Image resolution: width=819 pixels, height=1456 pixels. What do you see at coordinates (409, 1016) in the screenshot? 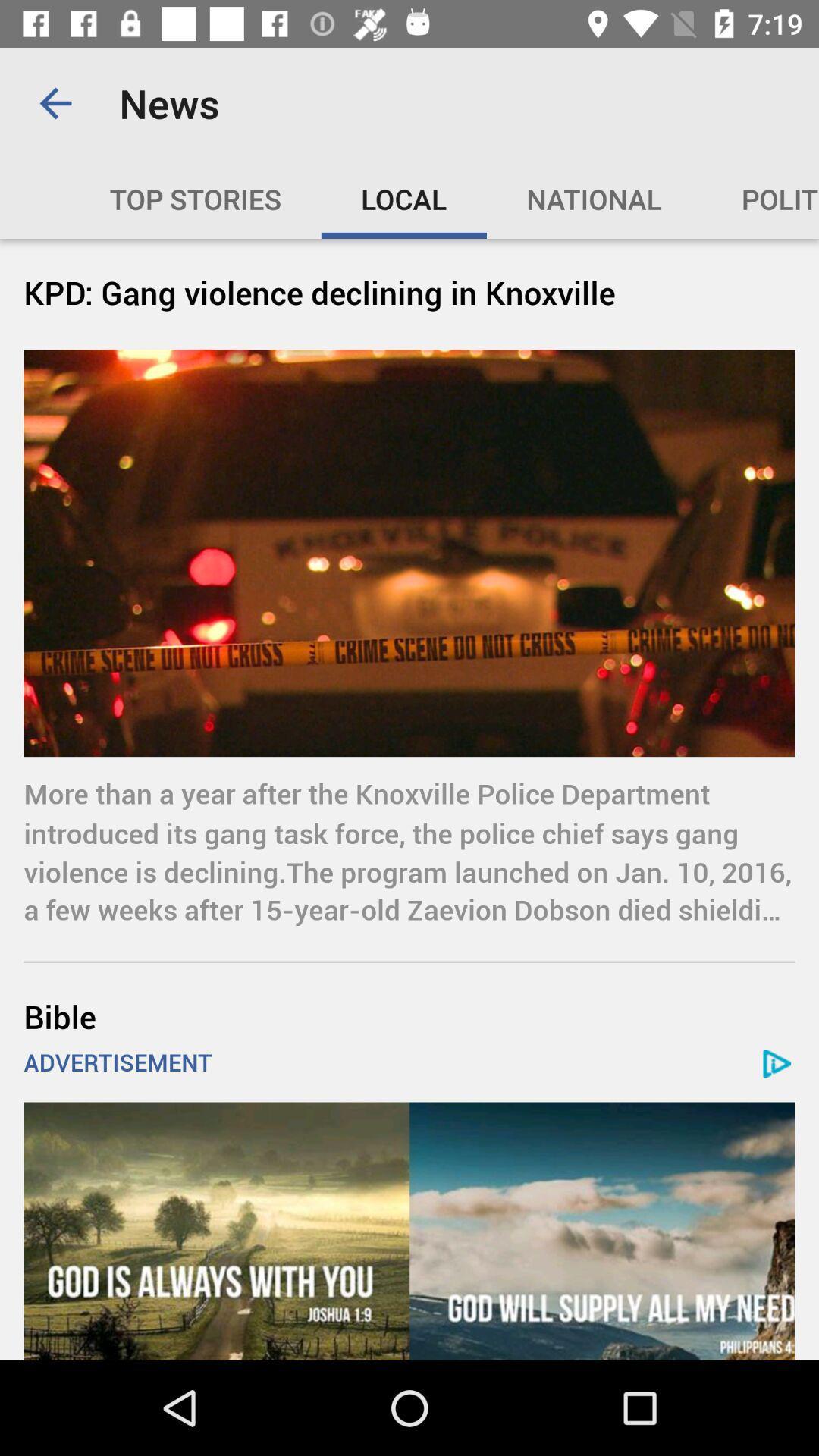
I see `the item below more than a icon` at bounding box center [409, 1016].